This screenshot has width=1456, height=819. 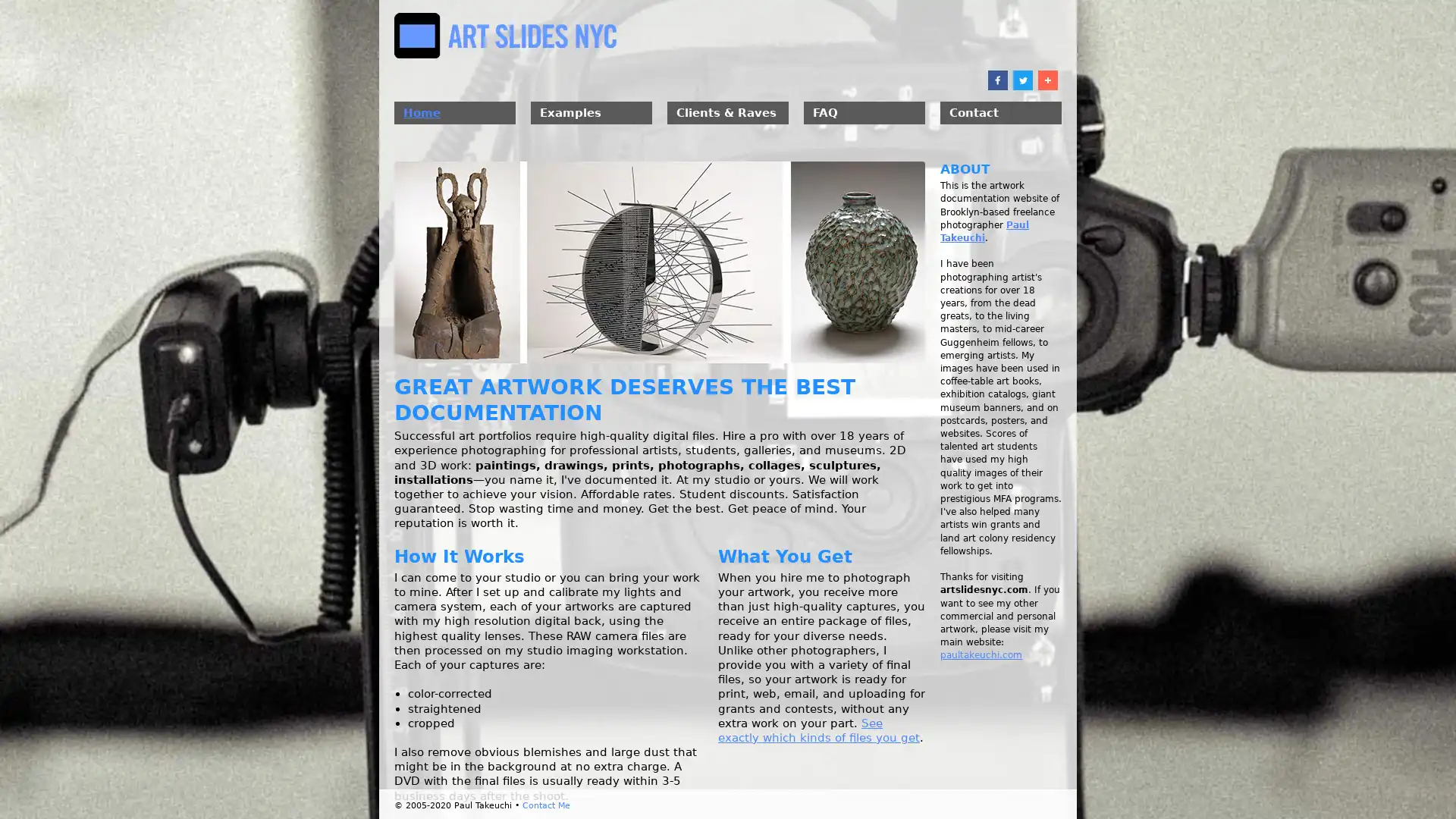 I want to click on Share to Facebook, so click(x=983, y=79).